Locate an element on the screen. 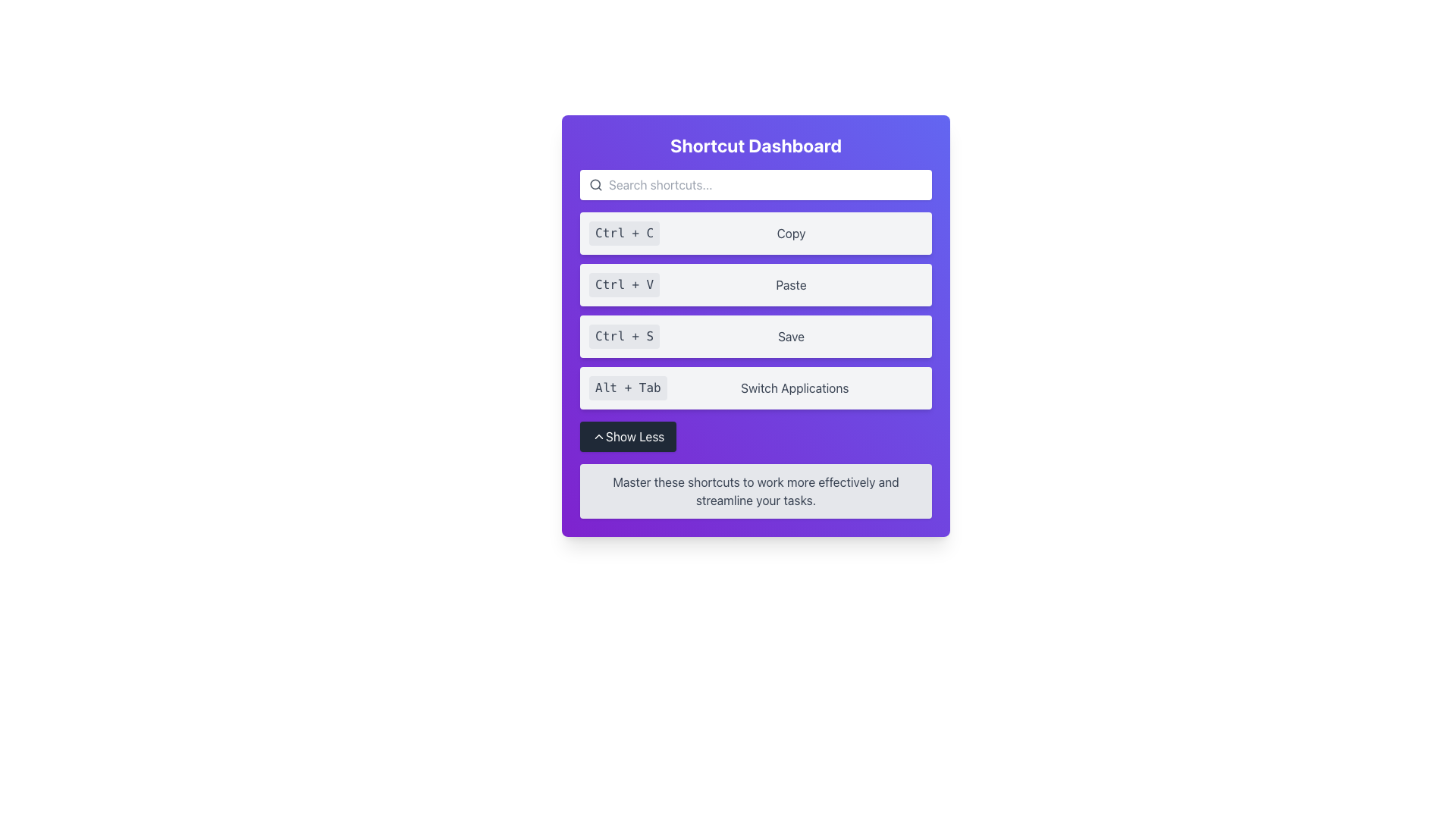 The height and width of the screenshot is (819, 1456). the Informational bar displaying 'Alt + Tab' and 'Switch Applications', which is the fourth item in the list of shortcut descriptions is located at coordinates (756, 388).